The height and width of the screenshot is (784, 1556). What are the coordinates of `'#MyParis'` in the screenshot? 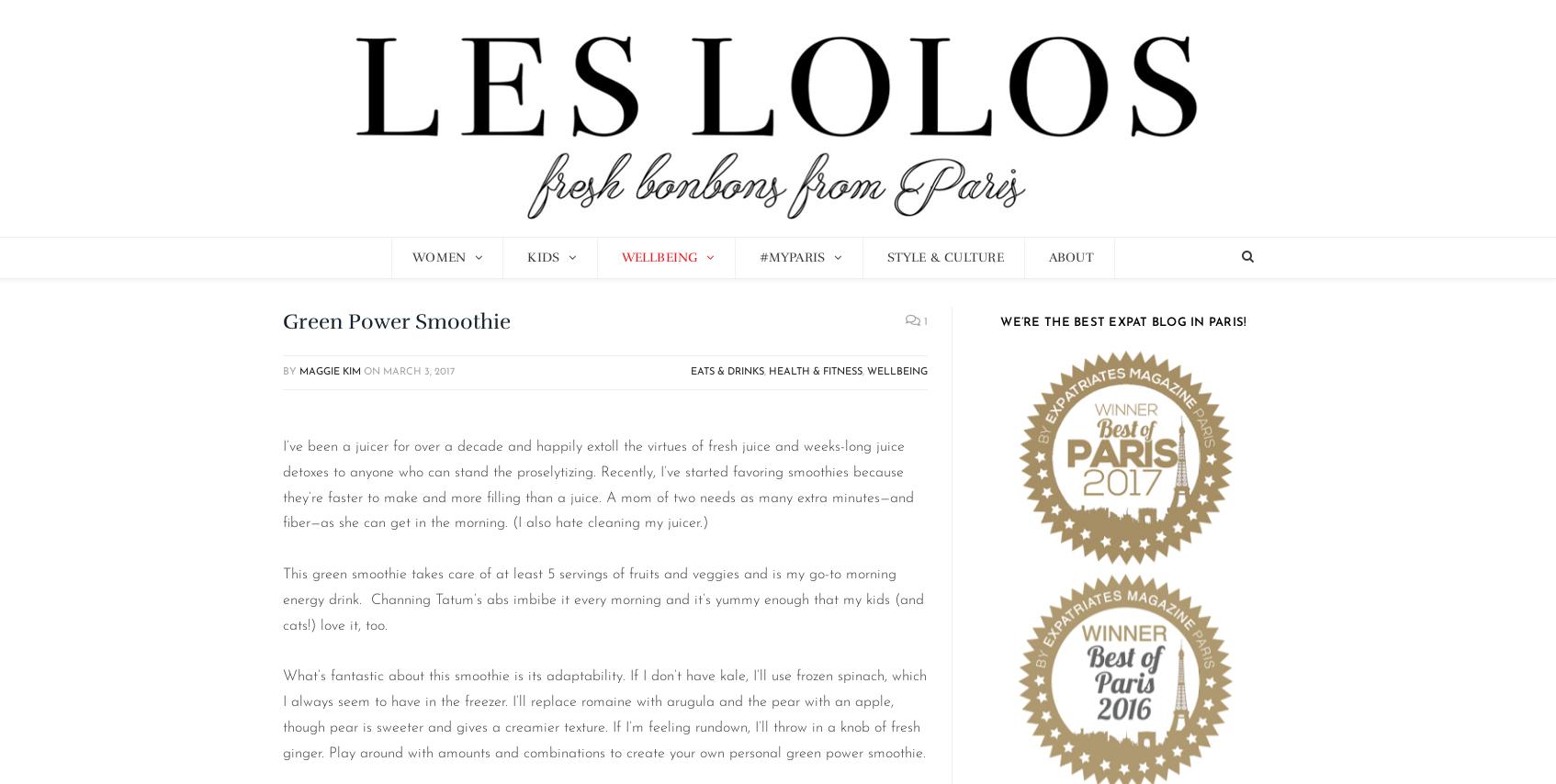 It's located at (791, 257).